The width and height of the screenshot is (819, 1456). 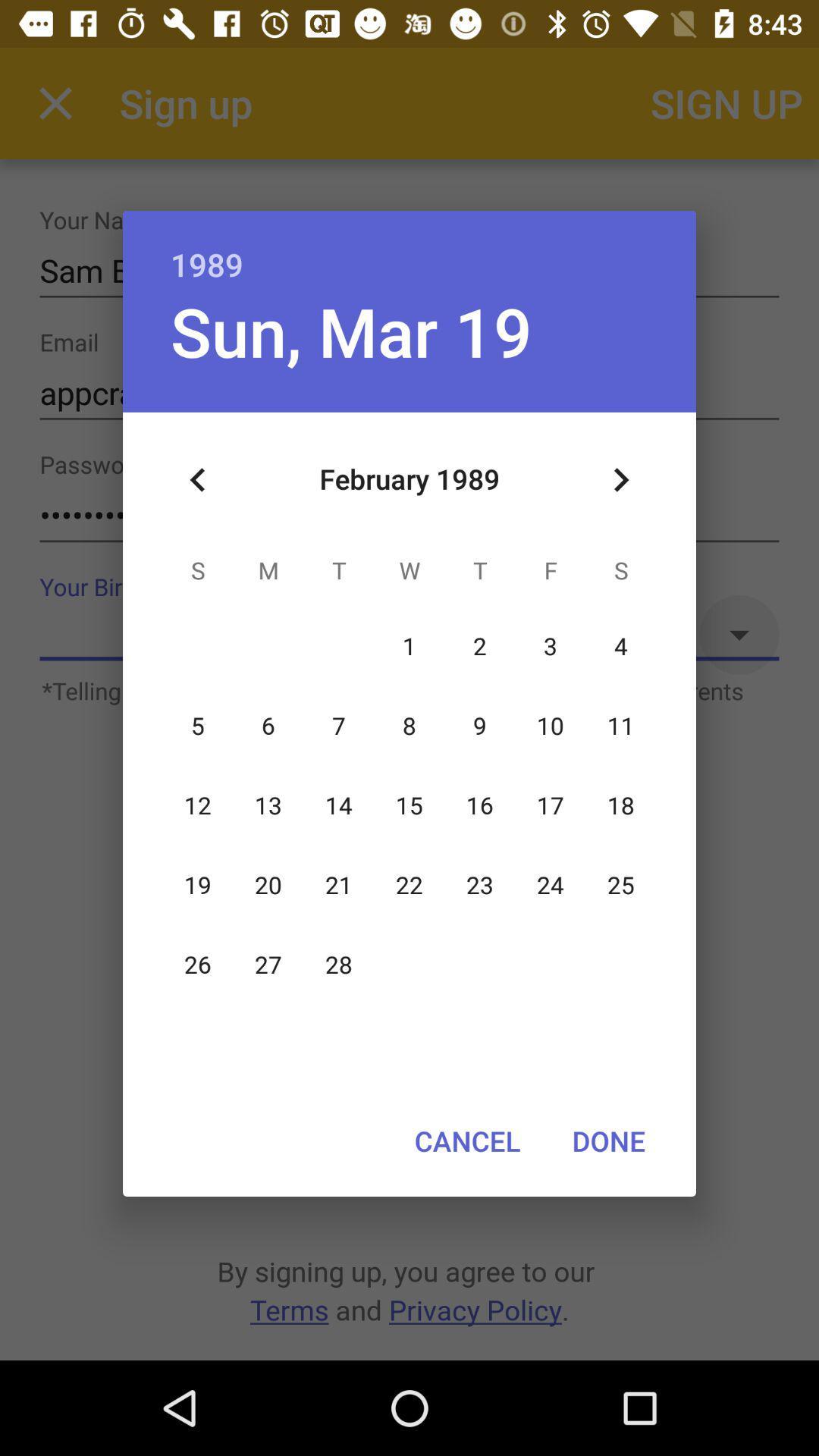 I want to click on the done icon, so click(x=607, y=1141).